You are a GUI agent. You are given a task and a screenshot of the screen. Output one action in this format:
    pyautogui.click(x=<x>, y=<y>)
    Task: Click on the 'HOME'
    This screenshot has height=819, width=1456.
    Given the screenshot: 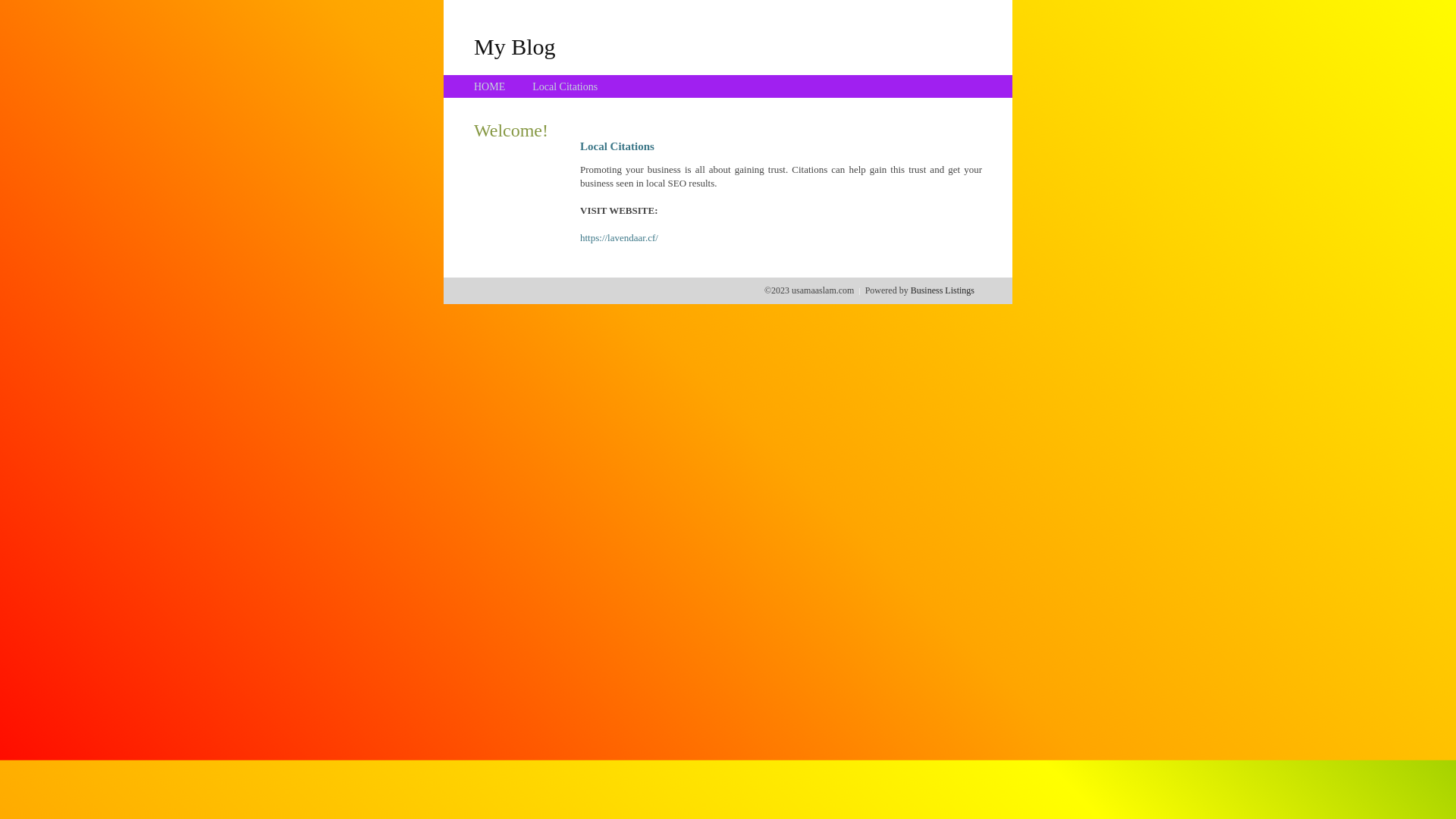 What is the action you would take?
    pyautogui.click(x=489, y=86)
    